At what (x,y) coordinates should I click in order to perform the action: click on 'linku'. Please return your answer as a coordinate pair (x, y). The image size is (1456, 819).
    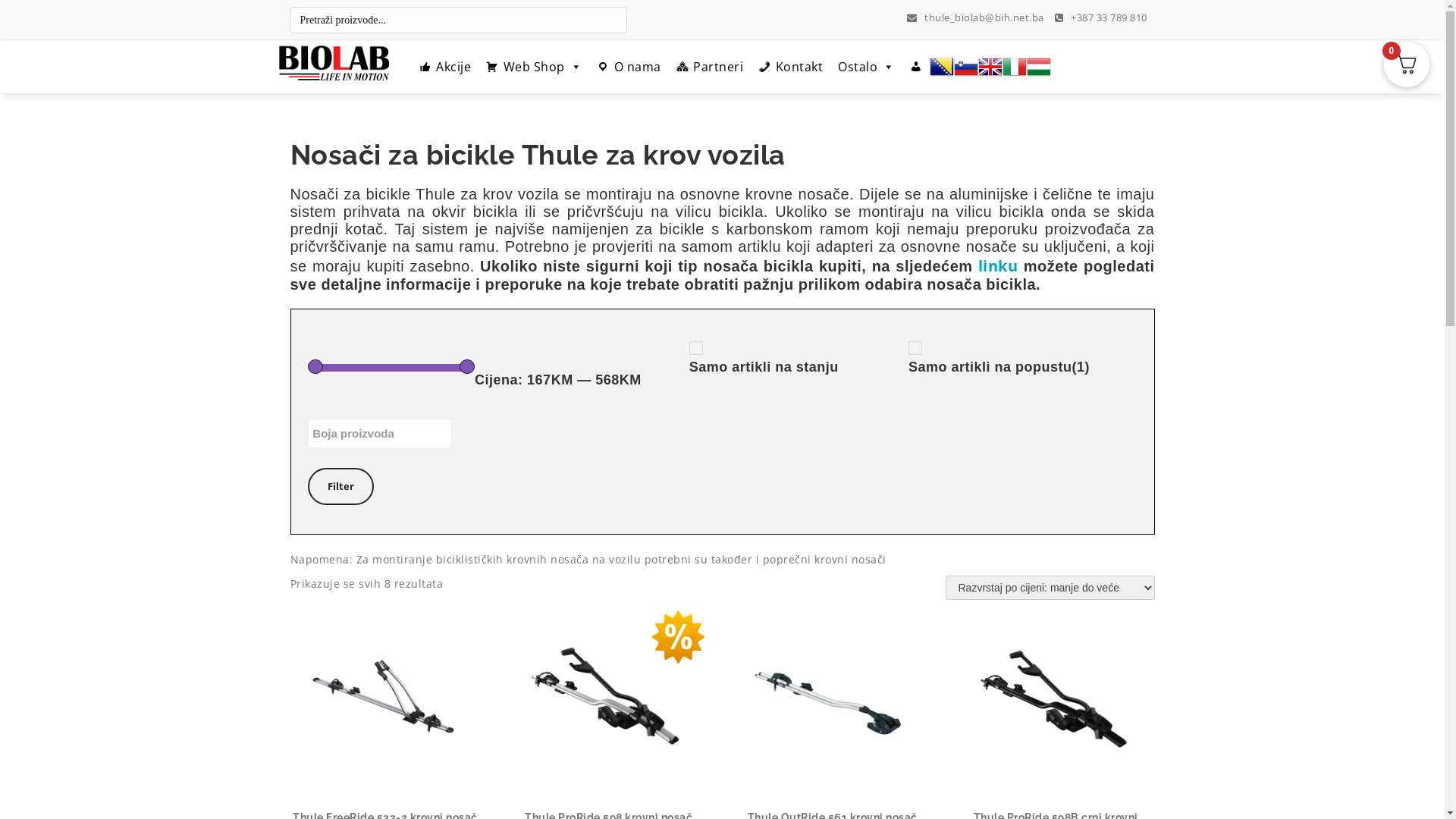
    Looking at the image, I should click on (998, 265).